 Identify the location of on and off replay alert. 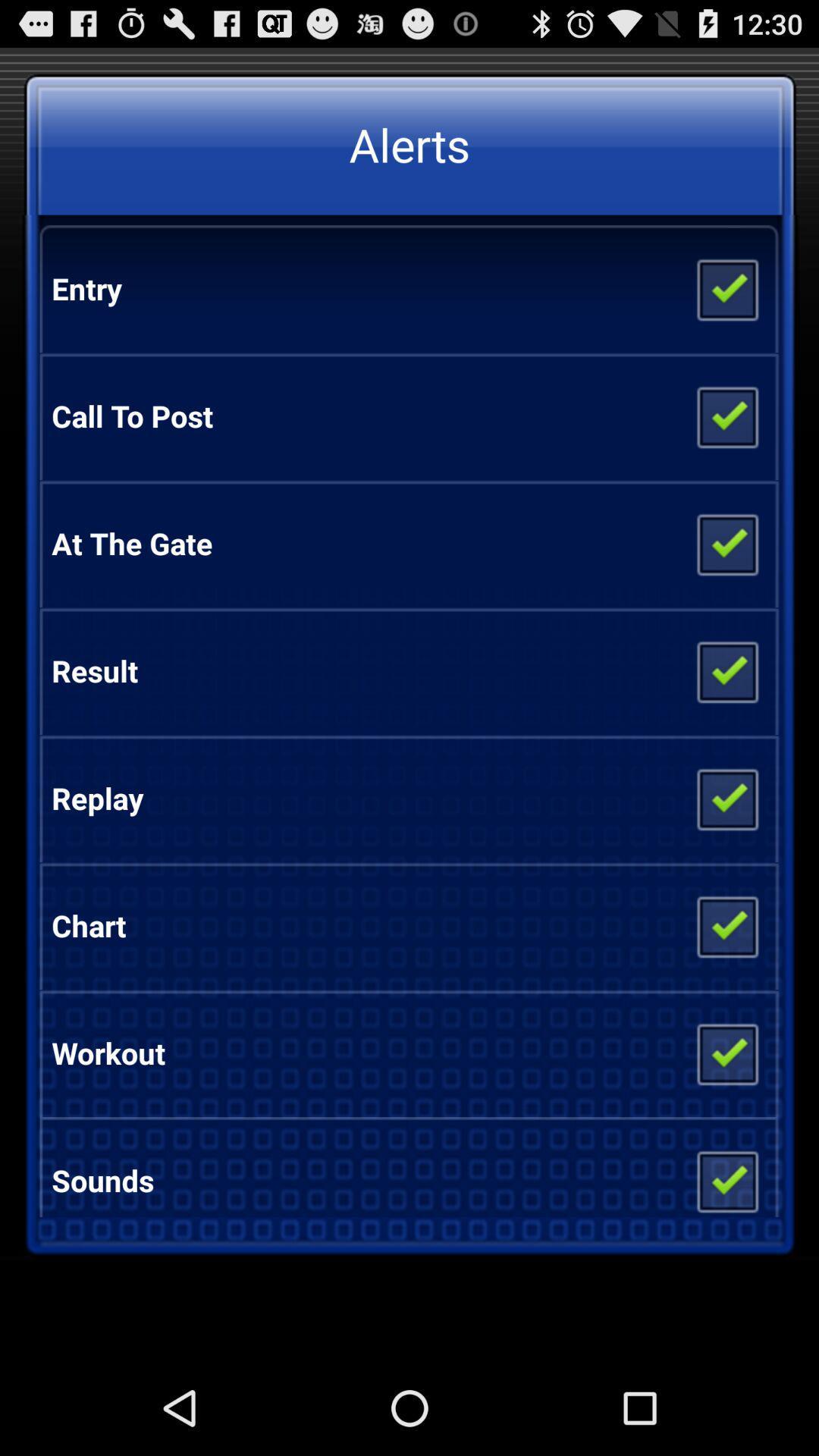
(726, 797).